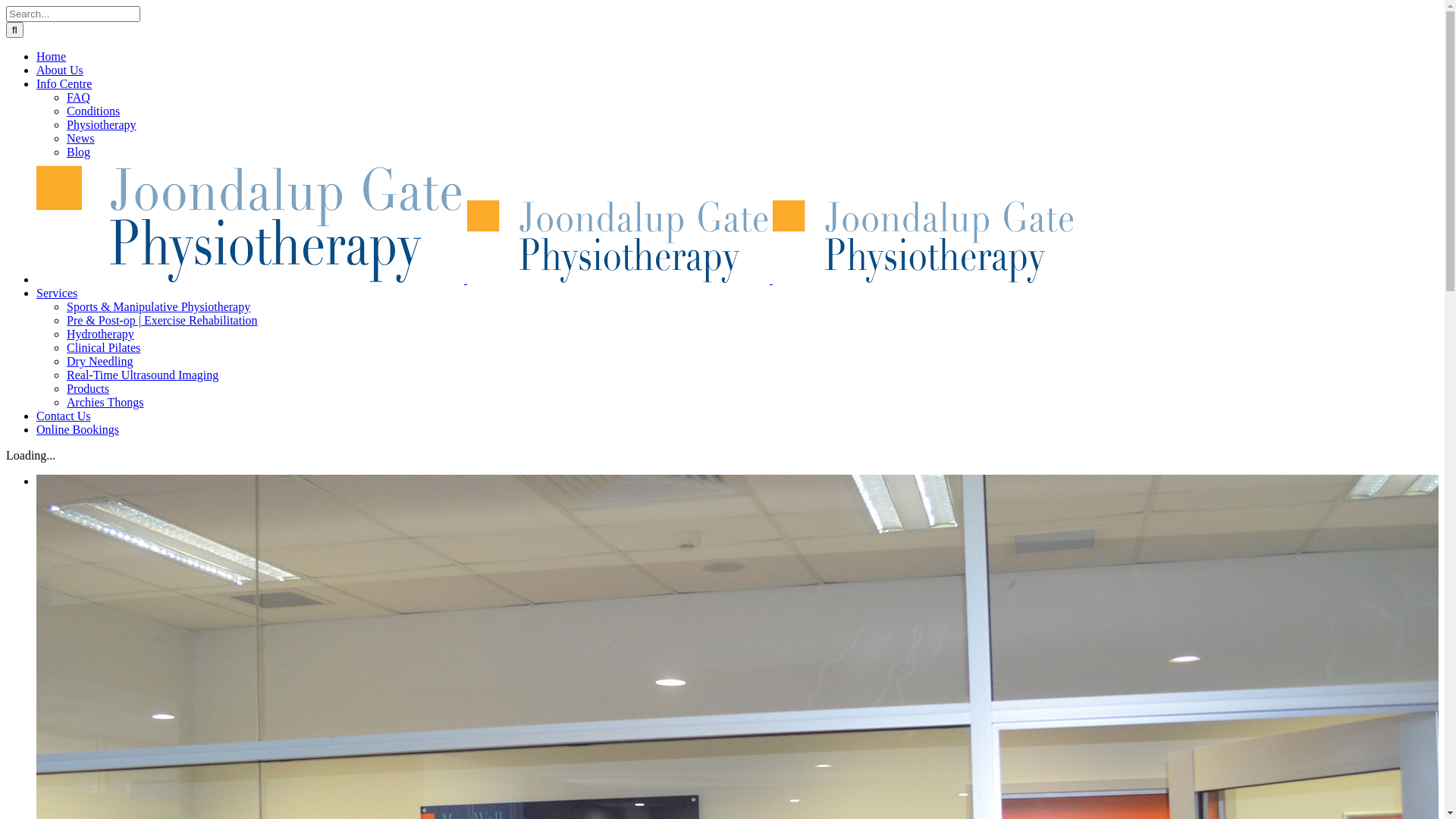  What do you see at coordinates (63, 83) in the screenshot?
I see `'Info Centre'` at bounding box center [63, 83].